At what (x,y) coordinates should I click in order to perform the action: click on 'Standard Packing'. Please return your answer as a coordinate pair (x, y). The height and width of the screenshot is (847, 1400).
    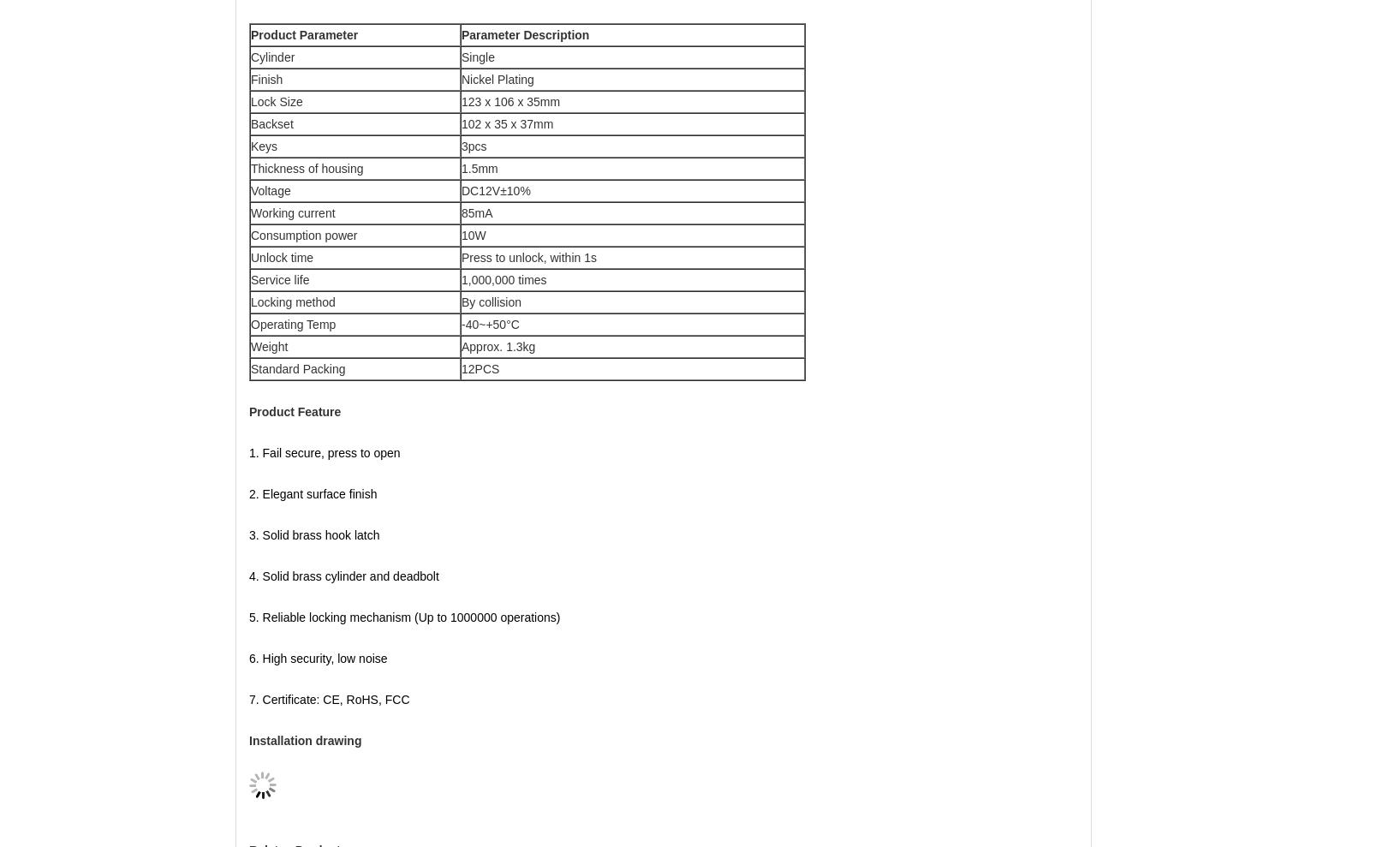
    Looking at the image, I should click on (296, 369).